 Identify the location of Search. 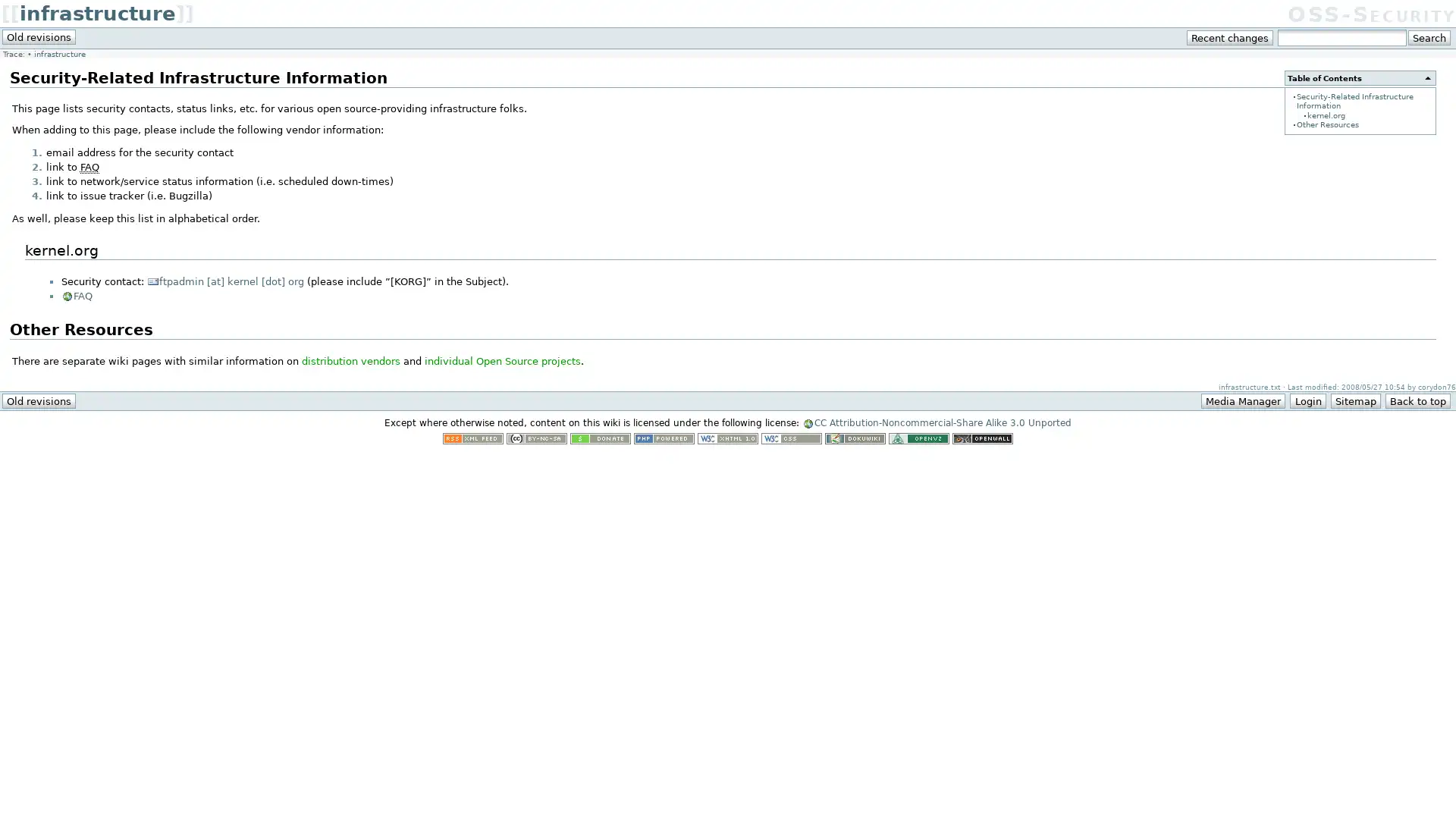
(1428, 37).